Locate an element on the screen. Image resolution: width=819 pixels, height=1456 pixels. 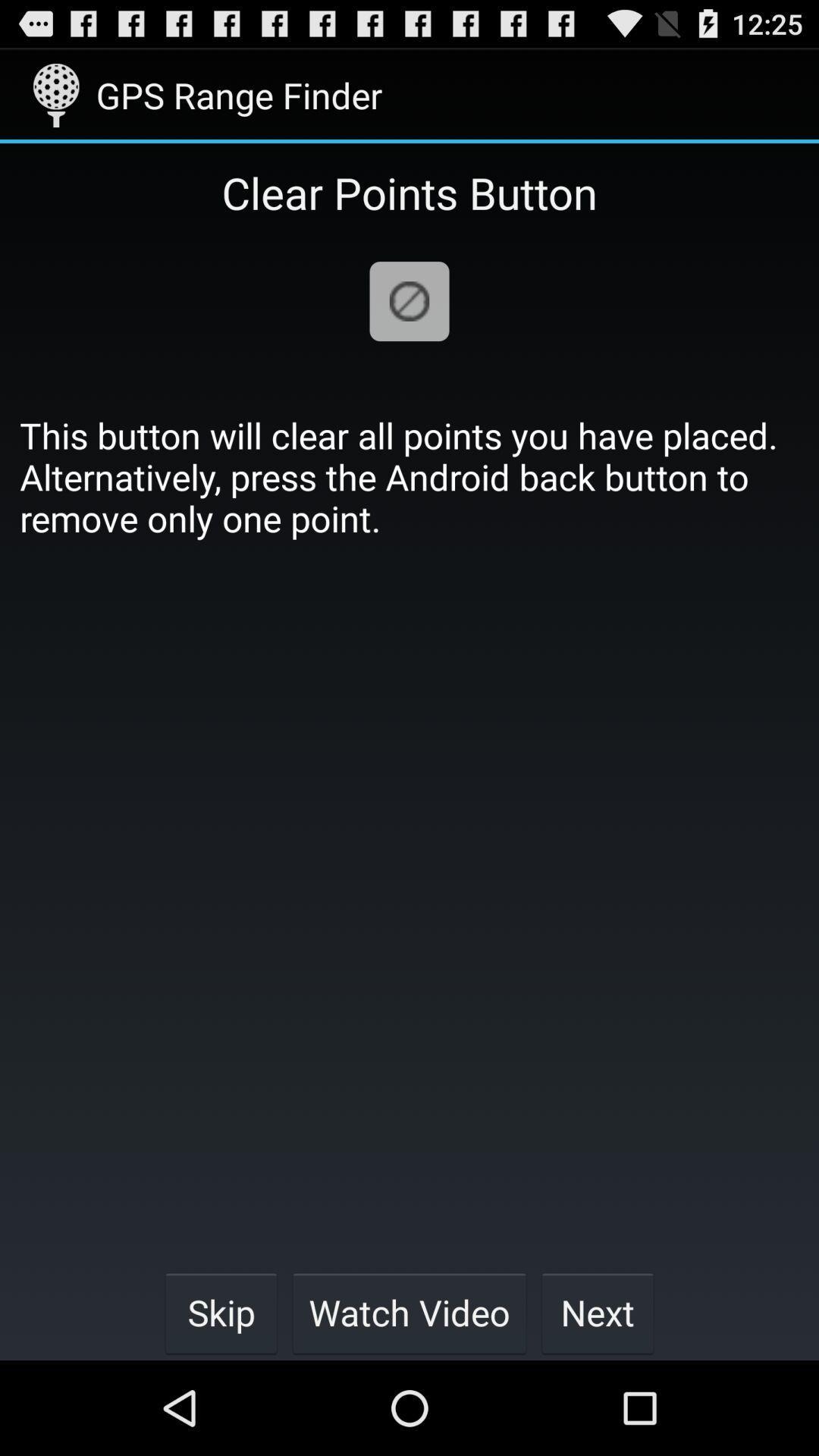
app below this button will app is located at coordinates (409, 1312).